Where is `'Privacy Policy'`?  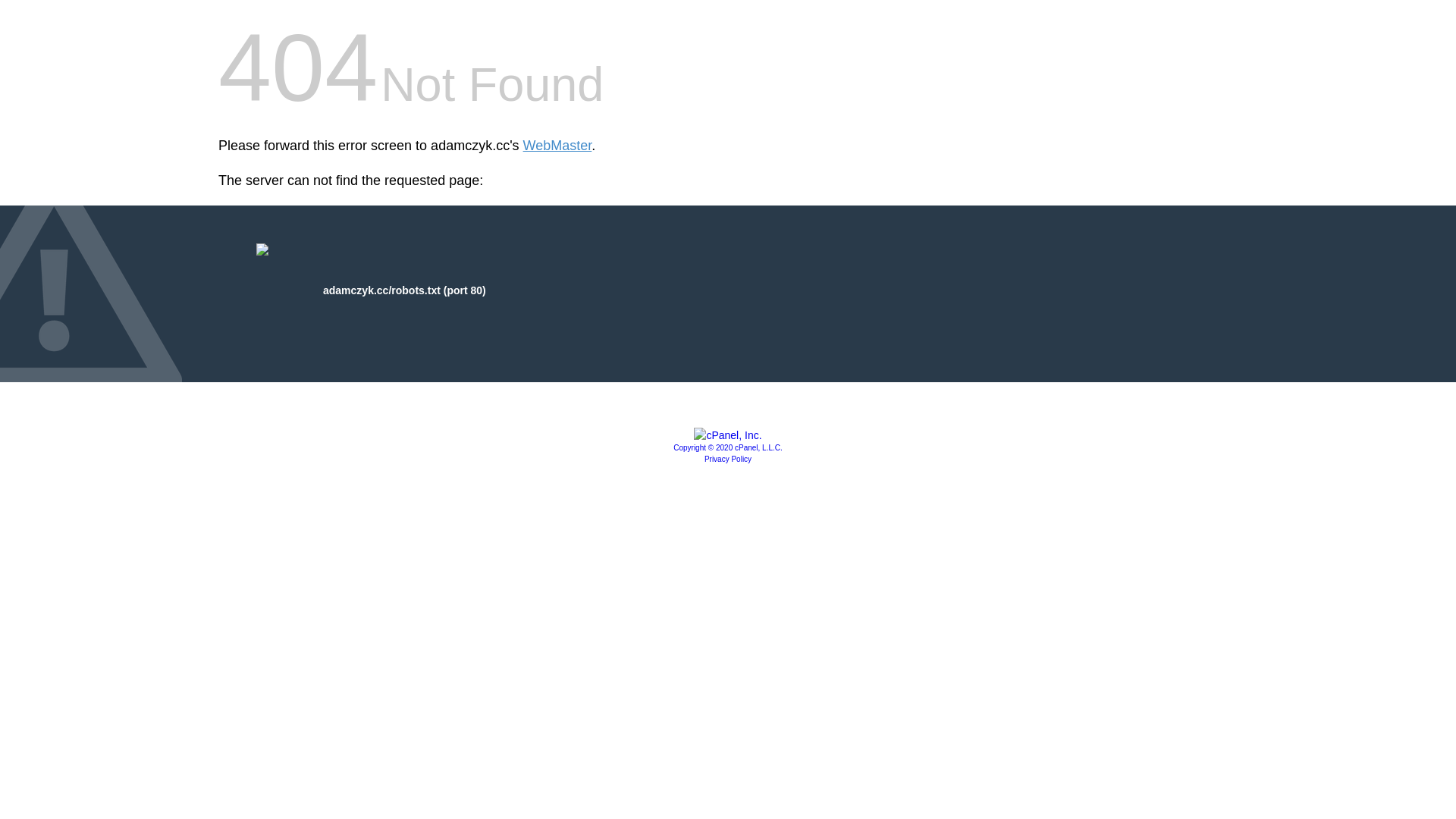
'Privacy Policy' is located at coordinates (728, 458).